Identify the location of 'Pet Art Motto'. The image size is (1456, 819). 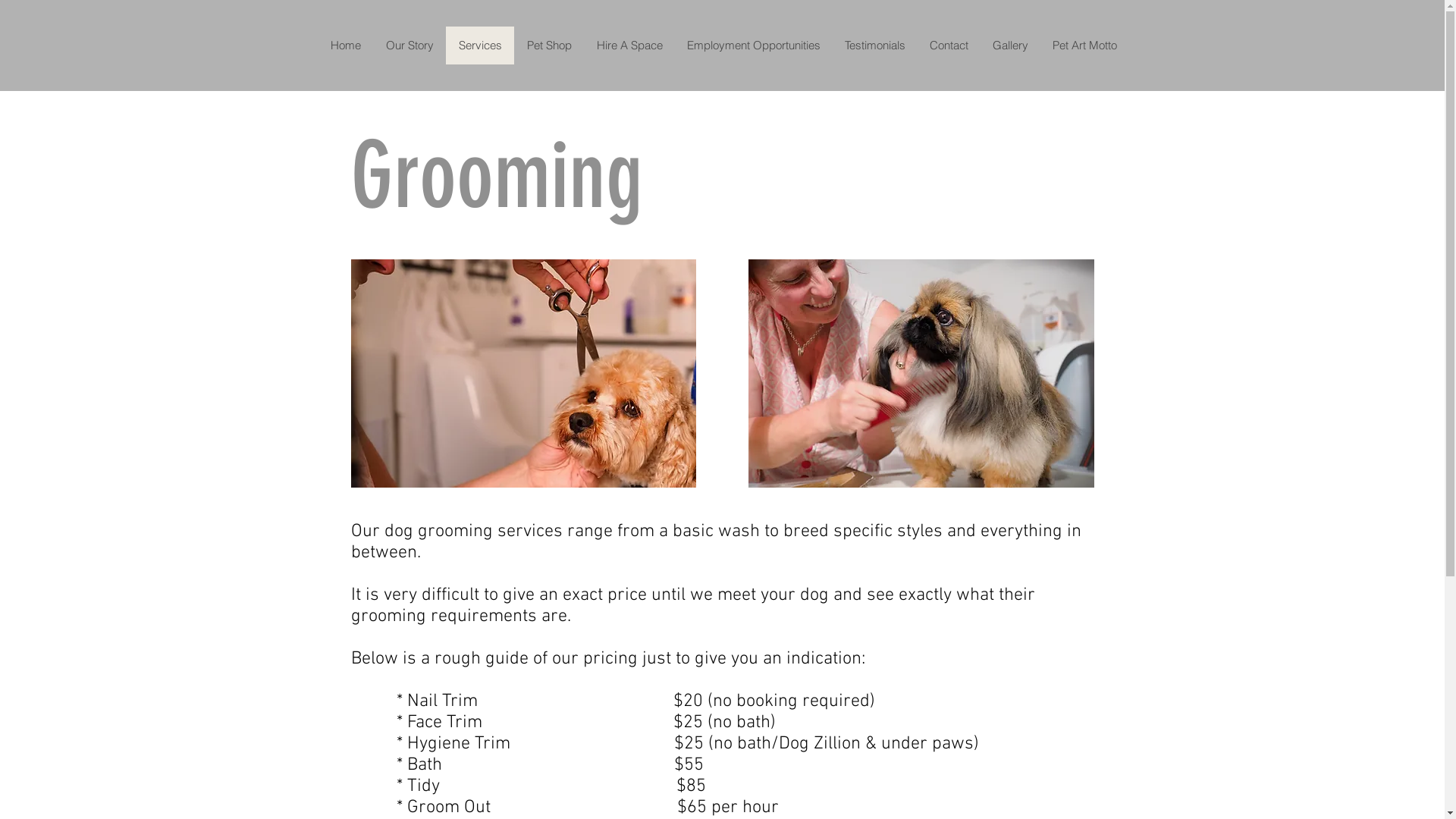
(1040, 45).